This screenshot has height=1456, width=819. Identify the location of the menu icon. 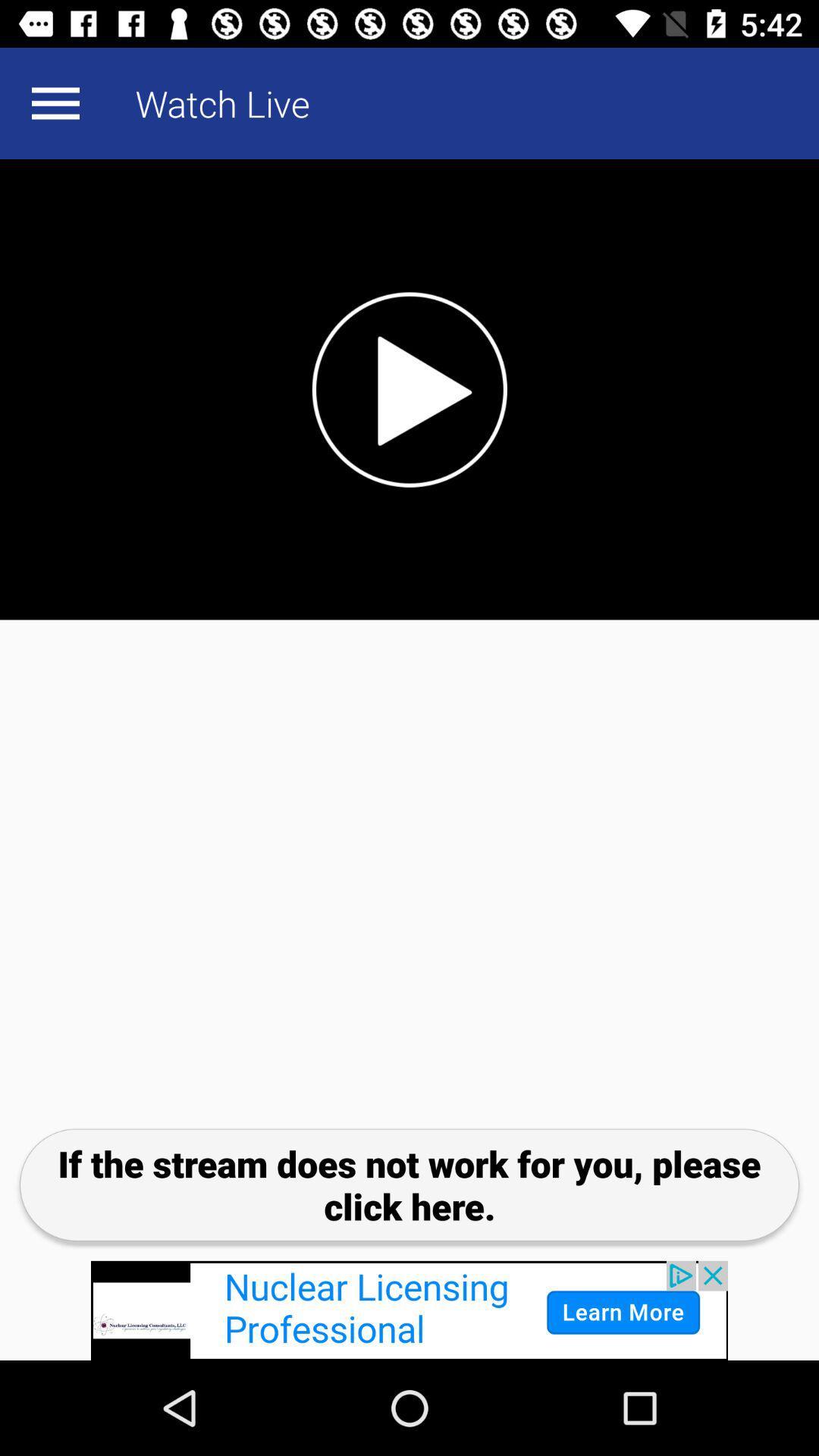
(55, 102).